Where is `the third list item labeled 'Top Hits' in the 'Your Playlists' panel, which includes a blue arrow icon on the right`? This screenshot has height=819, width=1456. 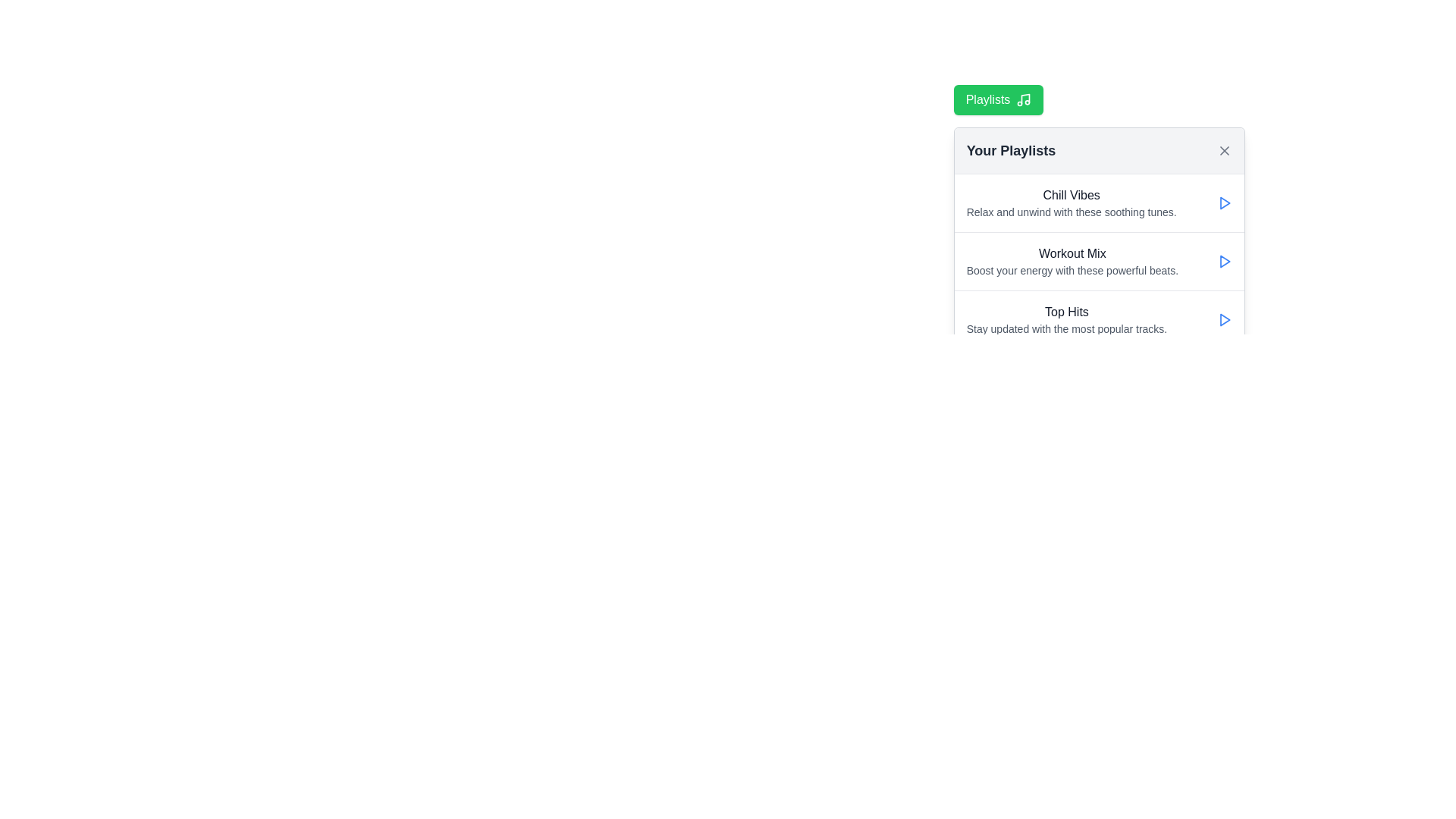
the third list item labeled 'Top Hits' in the 'Your Playlists' panel, which includes a blue arrow icon on the right is located at coordinates (1099, 318).